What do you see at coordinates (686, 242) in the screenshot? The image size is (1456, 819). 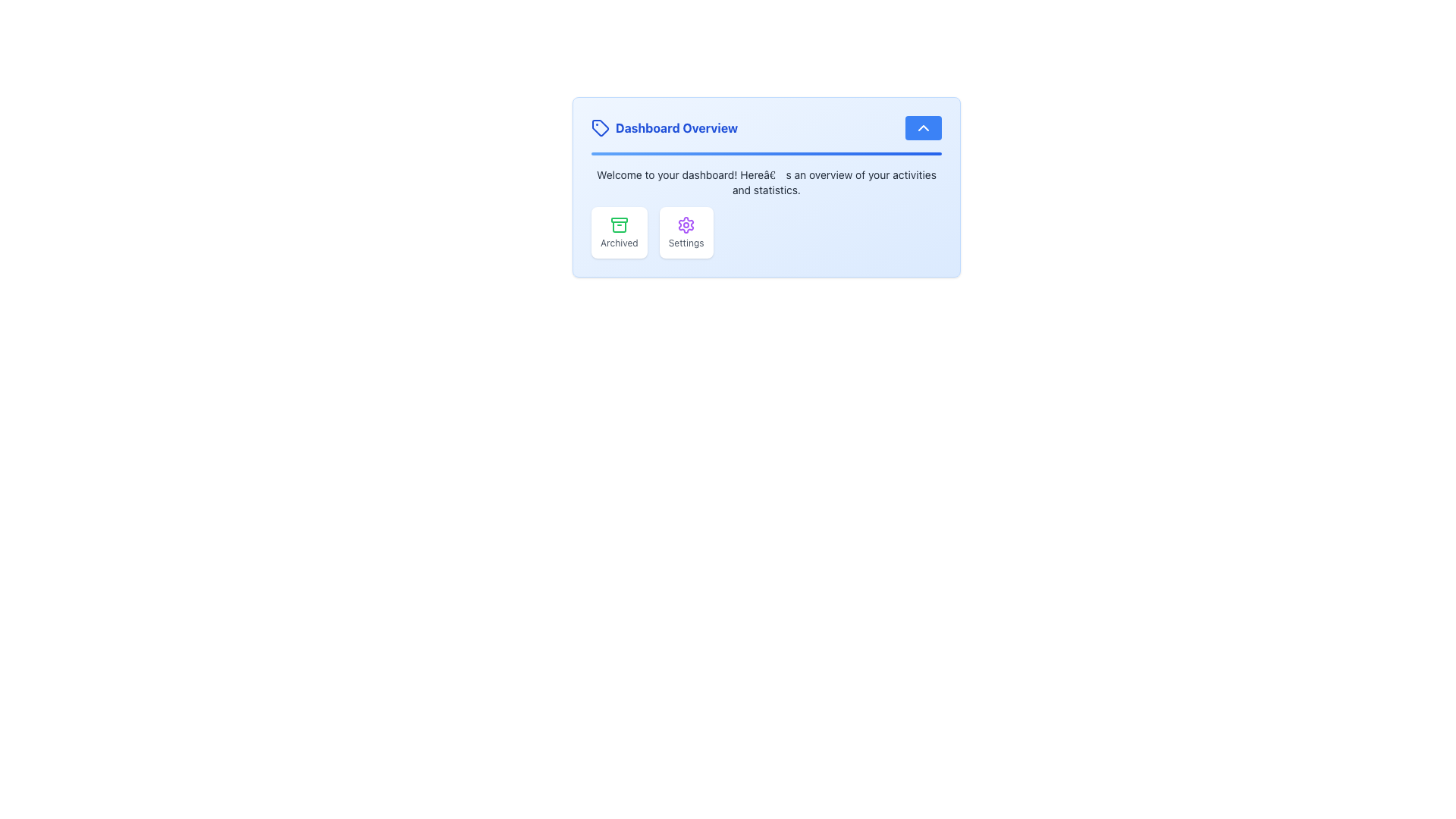 I see `the Text Label that indicates the settings option, located beneath the purple cogwheel icon in the card-like section at the bottom right` at bounding box center [686, 242].